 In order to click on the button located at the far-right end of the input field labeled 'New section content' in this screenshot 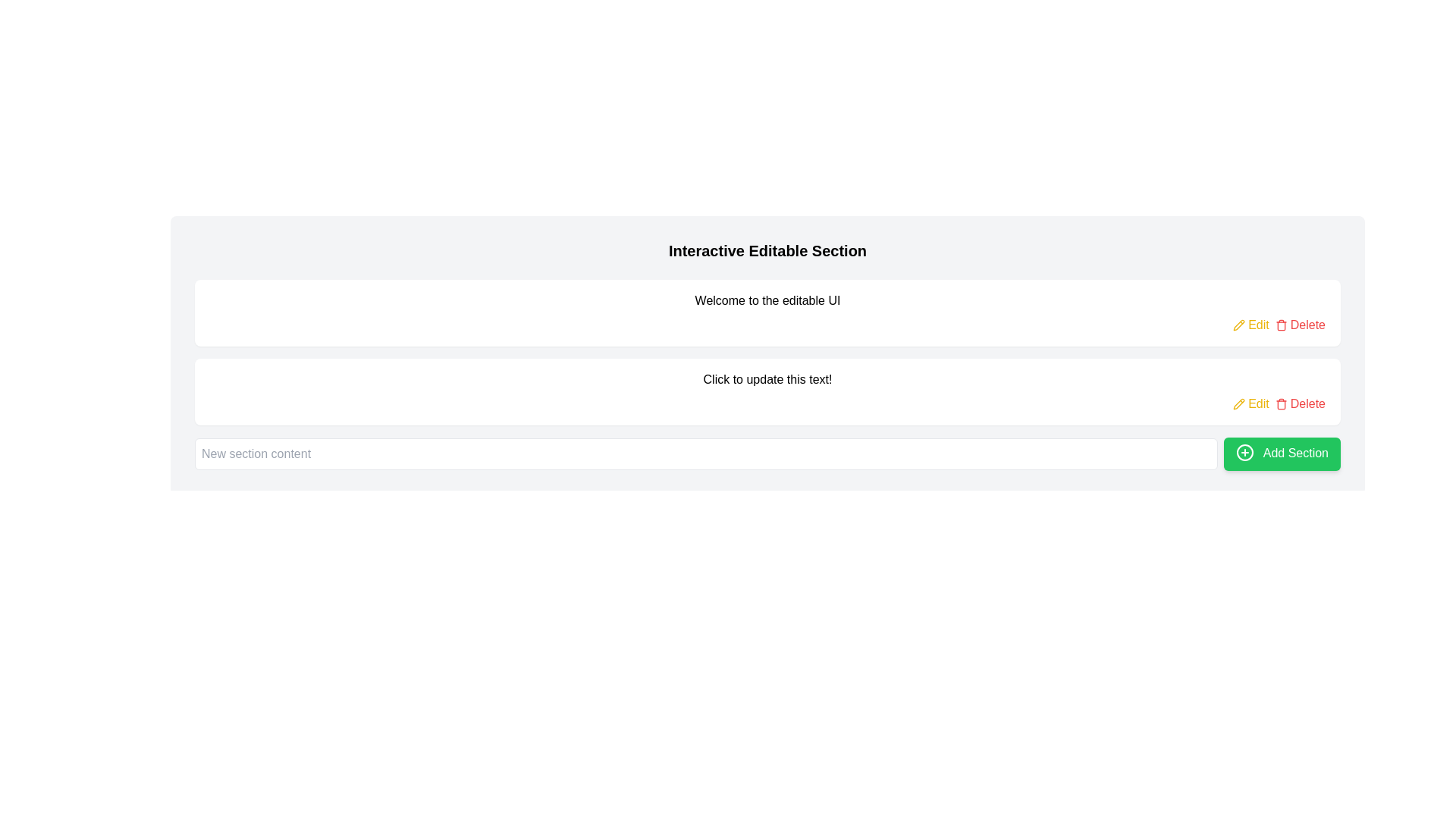, I will do `click(1282, 453)`.